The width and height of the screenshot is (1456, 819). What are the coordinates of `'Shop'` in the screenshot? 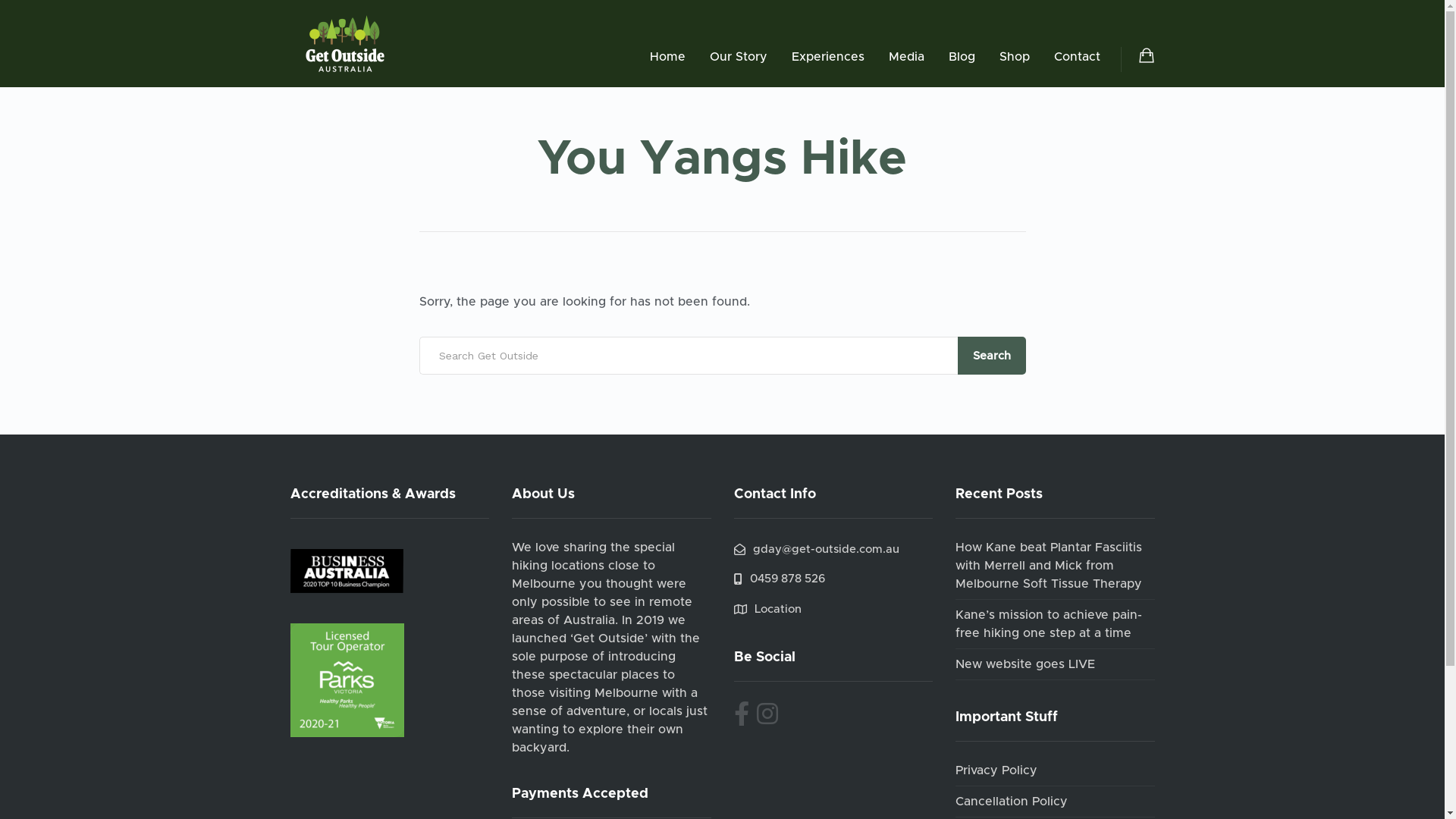 It's located at (1015, 55).